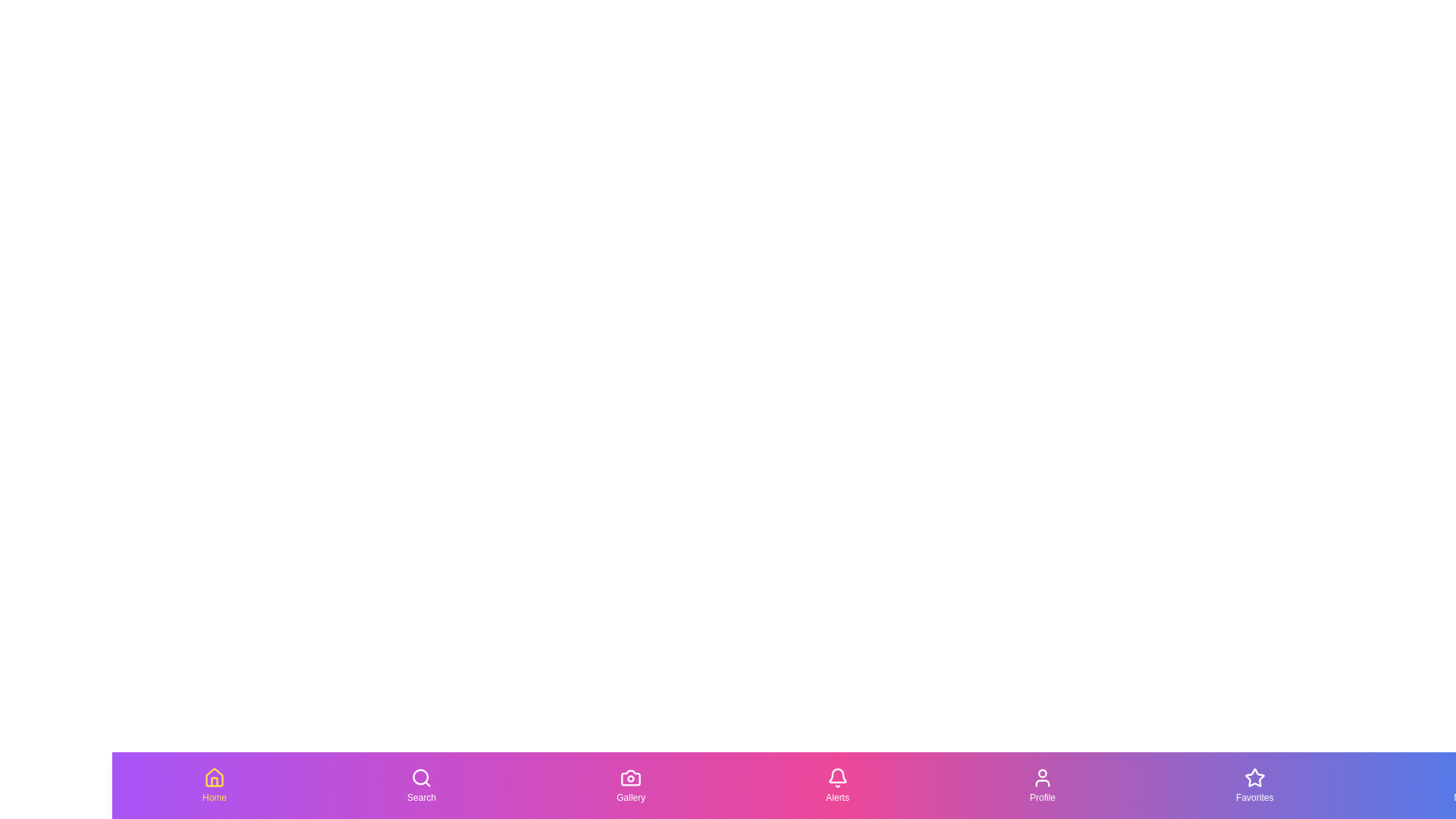  I want to click on the Alerts icon in the bottom navigation bar, so click(836, 785).